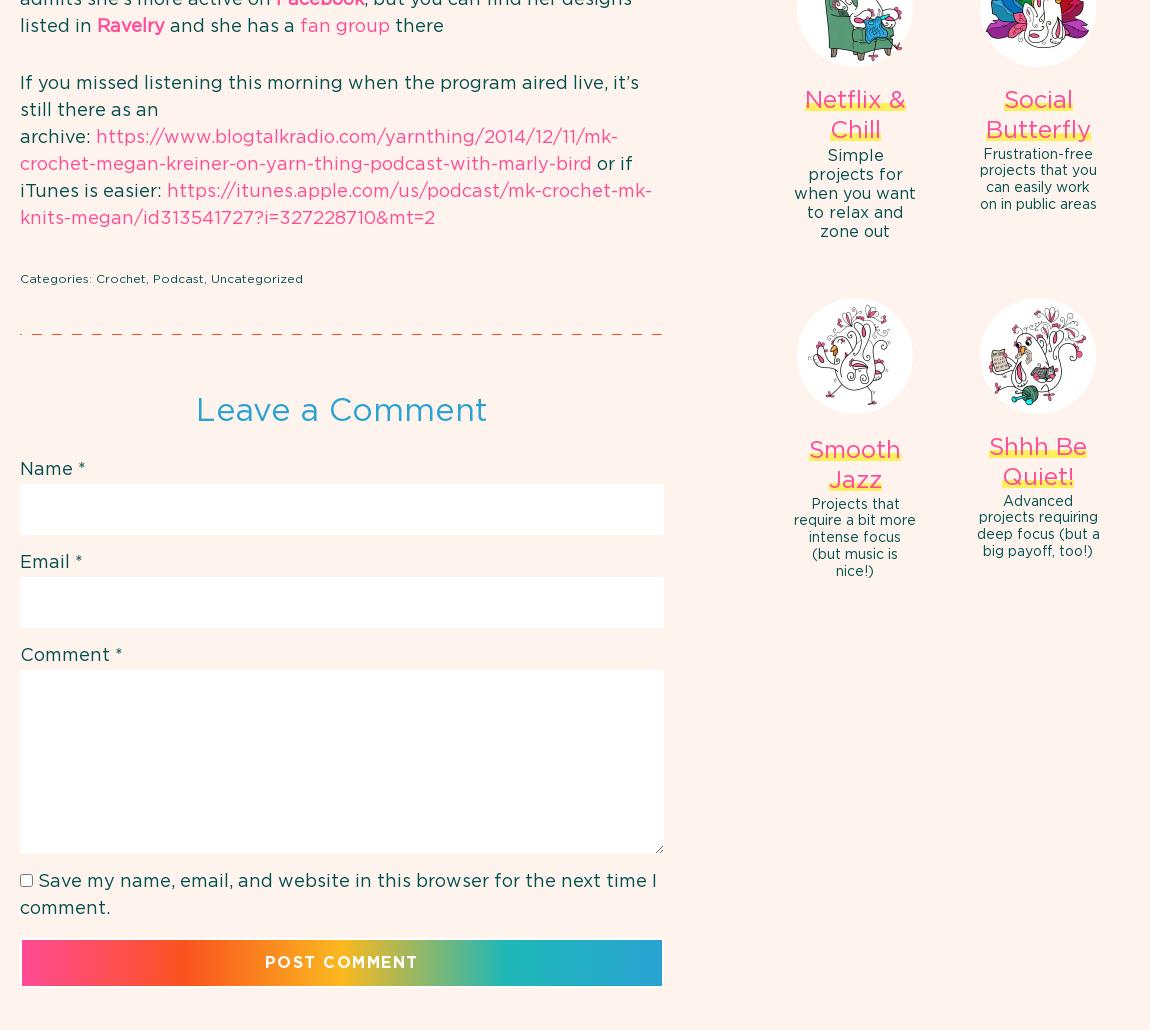  I want to click on 'Crochet', so click(95, 276).